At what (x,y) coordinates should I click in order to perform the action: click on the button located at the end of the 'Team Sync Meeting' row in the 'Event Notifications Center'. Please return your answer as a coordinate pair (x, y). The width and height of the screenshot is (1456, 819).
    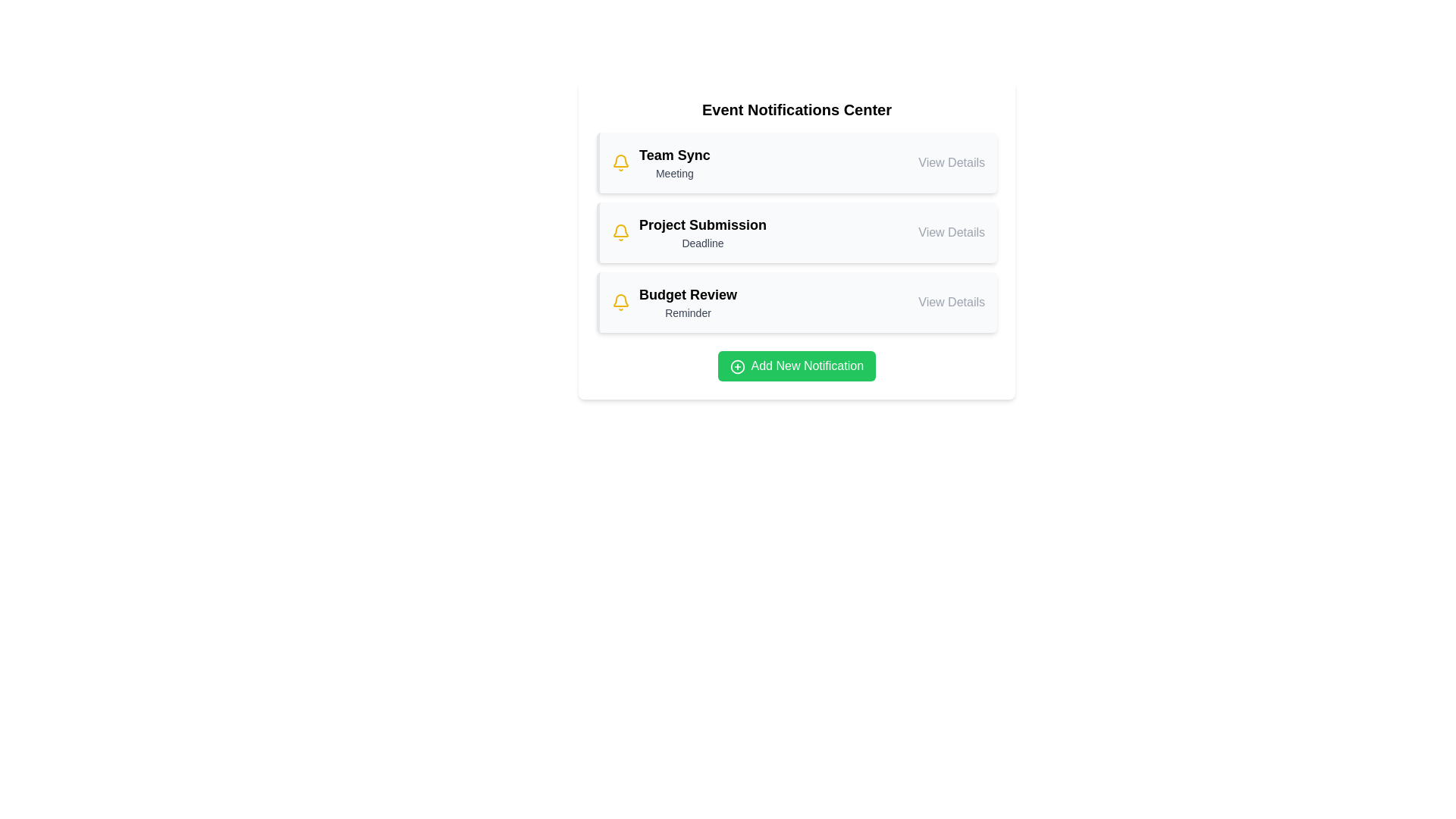
    Looking at the image, I should click on (951, 163).